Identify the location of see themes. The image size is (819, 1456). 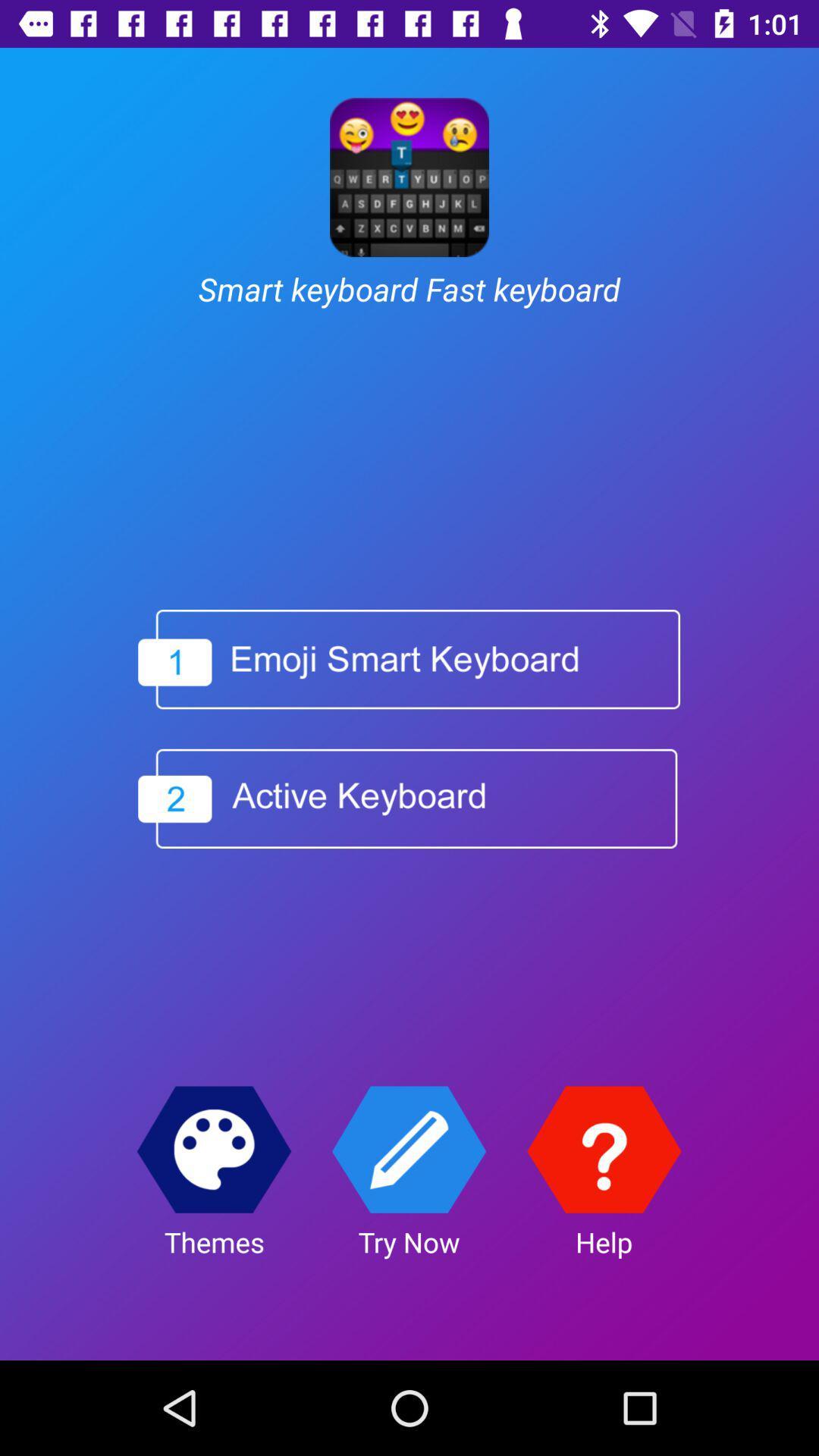
(214, 1150).